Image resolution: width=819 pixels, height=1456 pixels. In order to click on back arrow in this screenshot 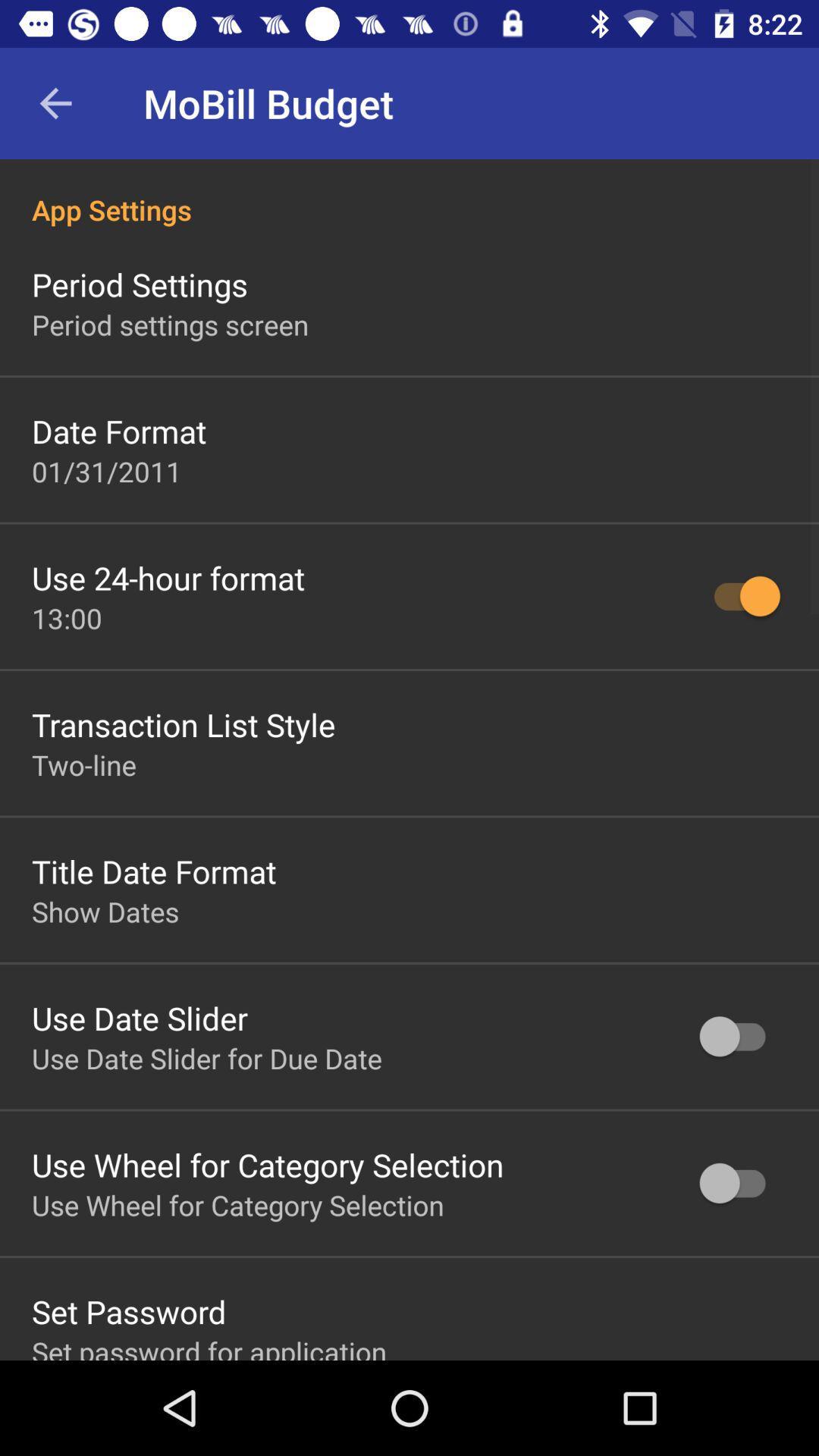, I will do `click(55, 102)`.